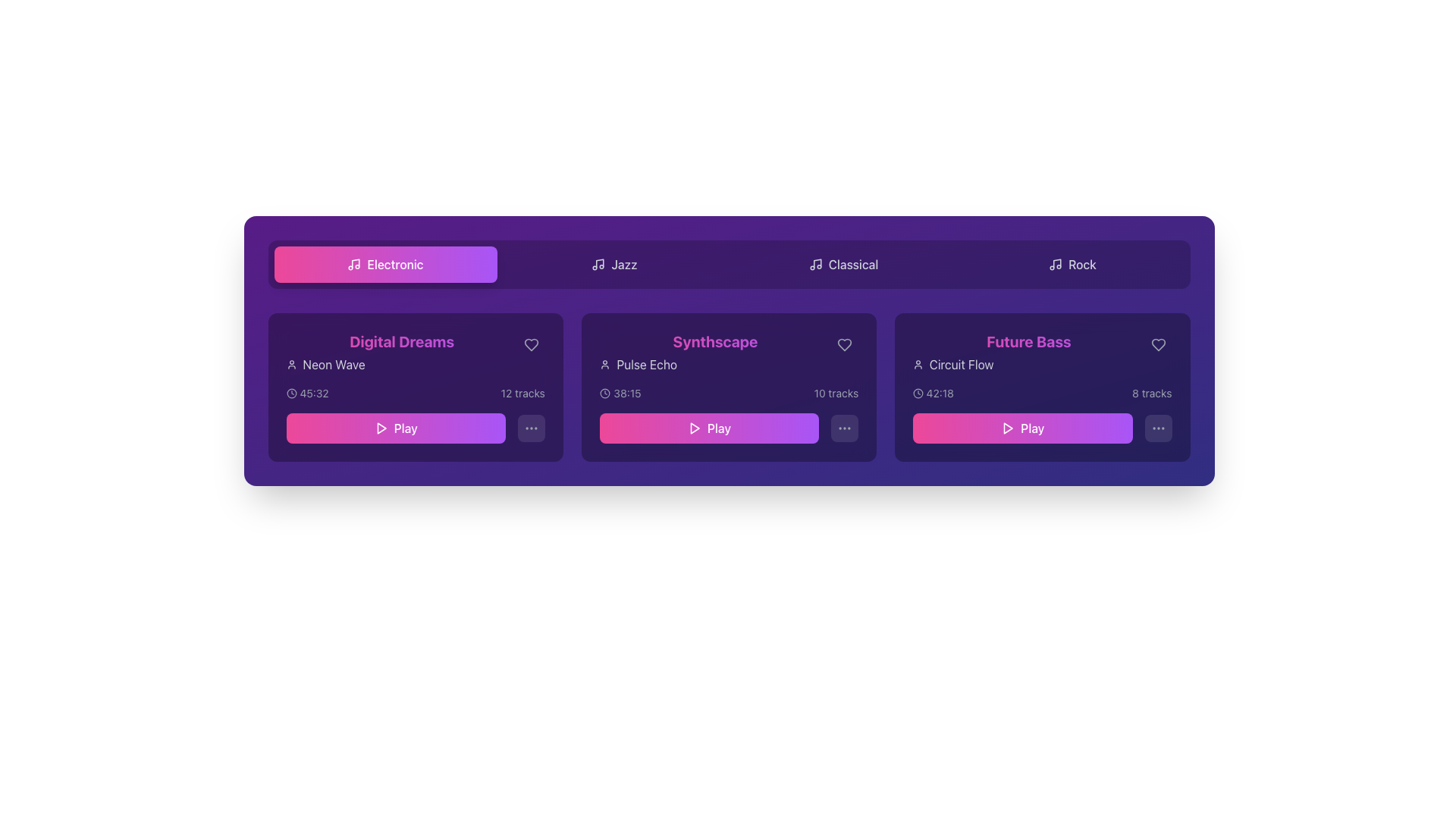 This screenshot has width=1456, height=819. Describe the element at coordinates (835, 393) in the screenshot. I see `Text label indicating the number of tracks available in the 'Synthscape' album, positioned to the right of the duration text '38:15'` at that location.